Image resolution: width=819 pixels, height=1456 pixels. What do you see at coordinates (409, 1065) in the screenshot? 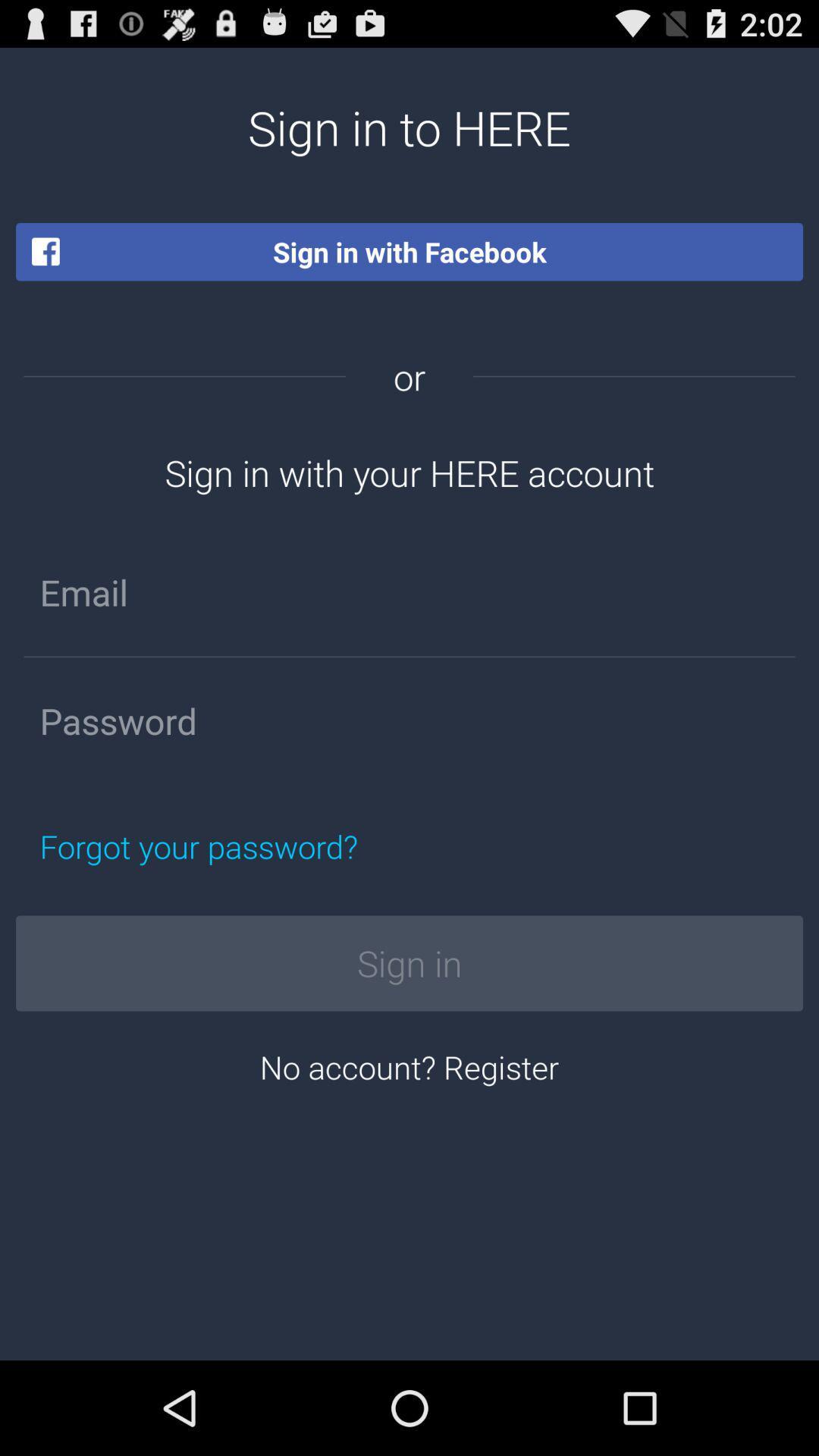
I see `no account? register` at bounding box center [409, 1065].